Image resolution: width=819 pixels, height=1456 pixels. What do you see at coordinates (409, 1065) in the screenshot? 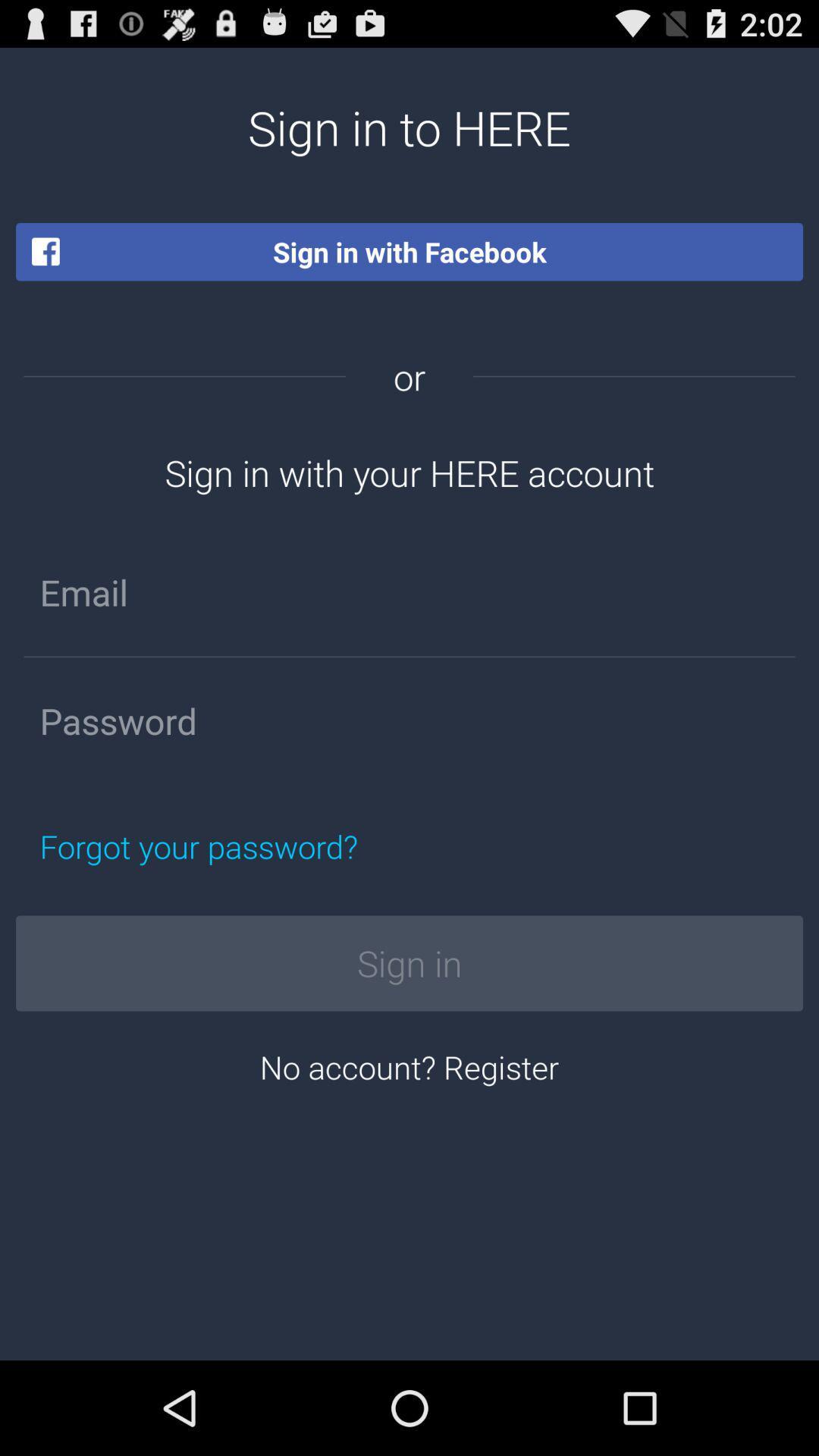
I see `no account? register` at bounding box center [409, 1065].